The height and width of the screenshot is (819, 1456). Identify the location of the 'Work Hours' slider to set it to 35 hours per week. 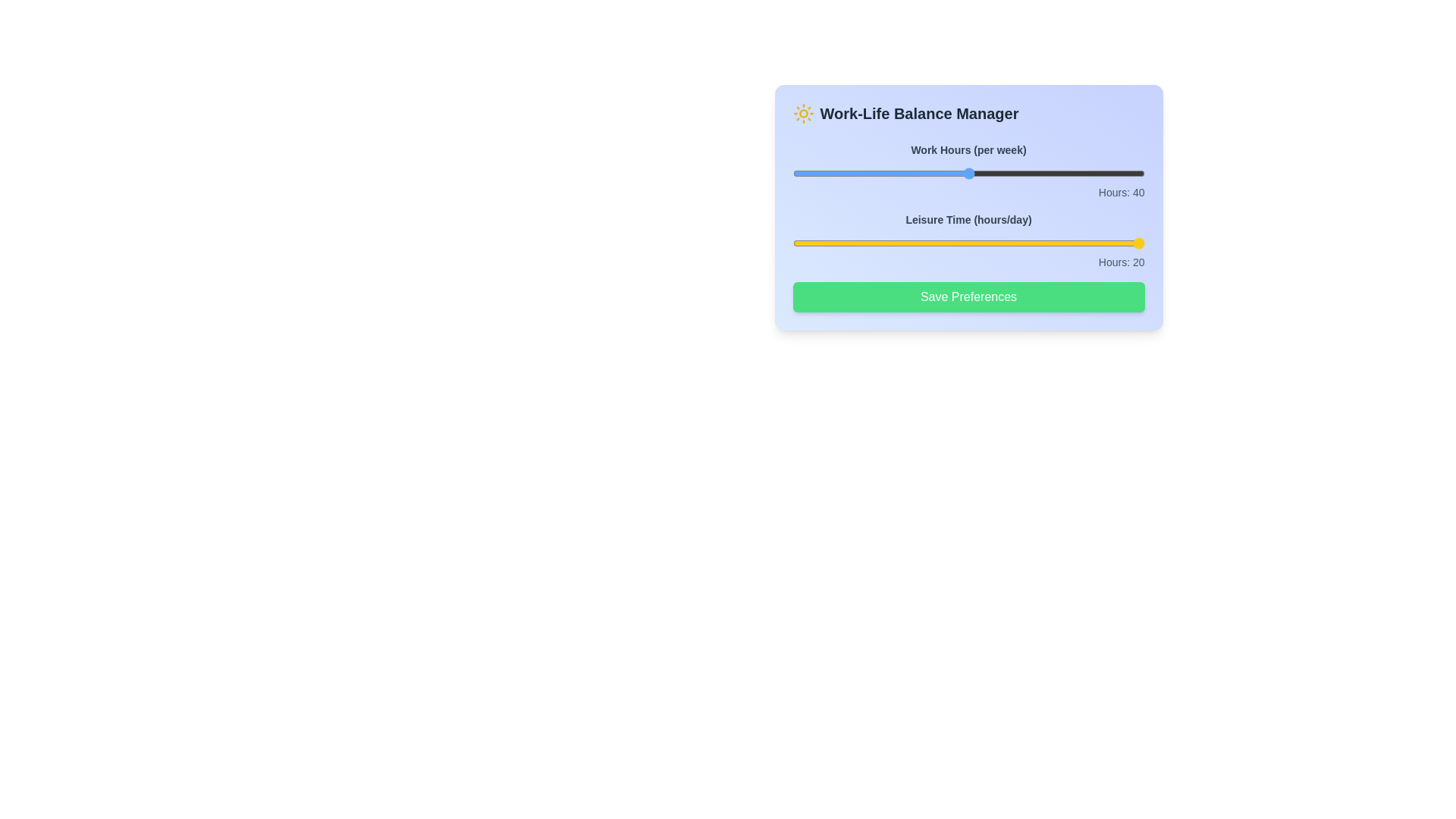
(924, 172).